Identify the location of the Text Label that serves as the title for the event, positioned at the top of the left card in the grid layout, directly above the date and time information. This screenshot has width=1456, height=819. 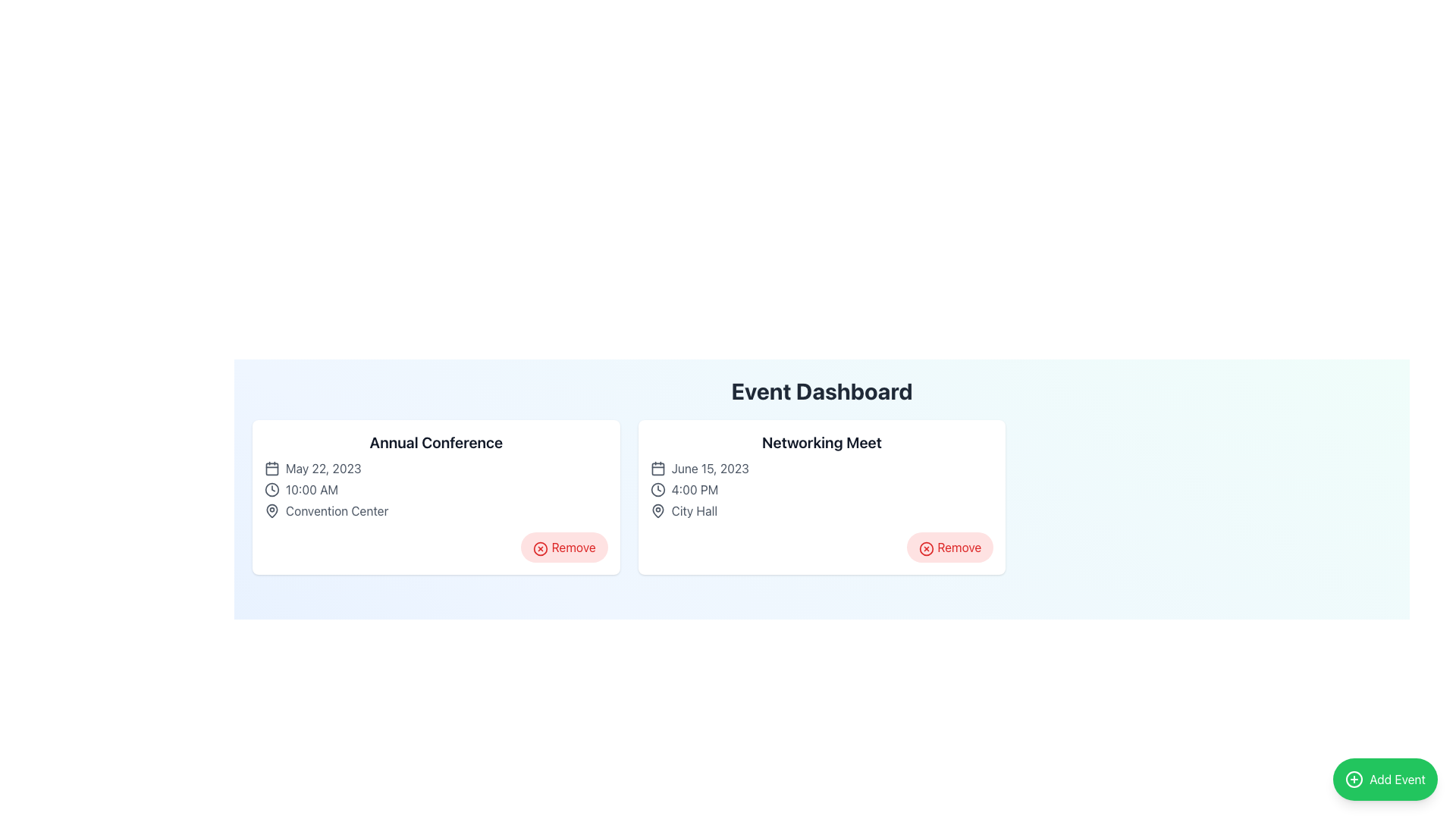
(435, 442).